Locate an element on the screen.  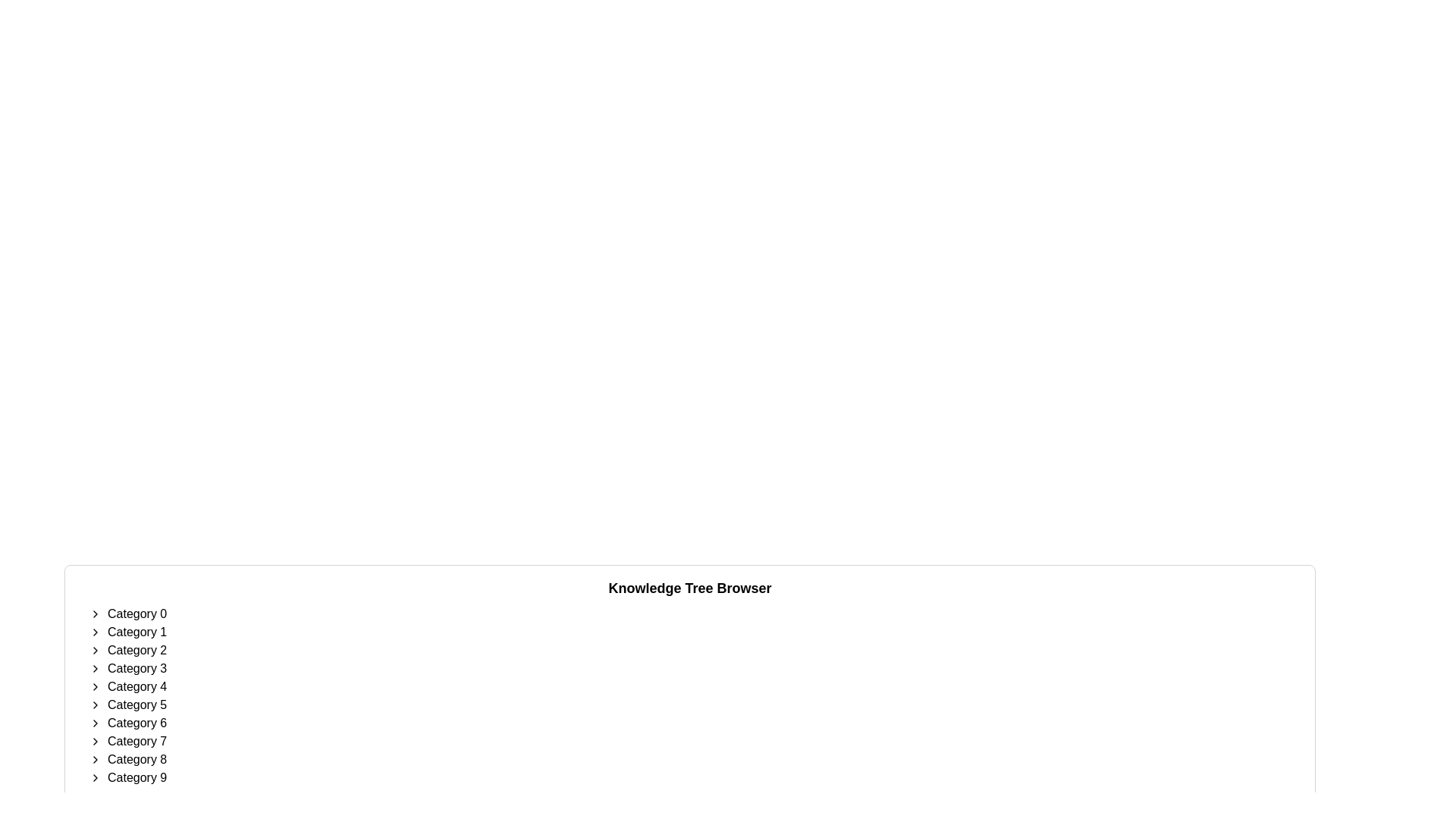
the rightward-pointing chevron icon is located at coordinates (94, 760).